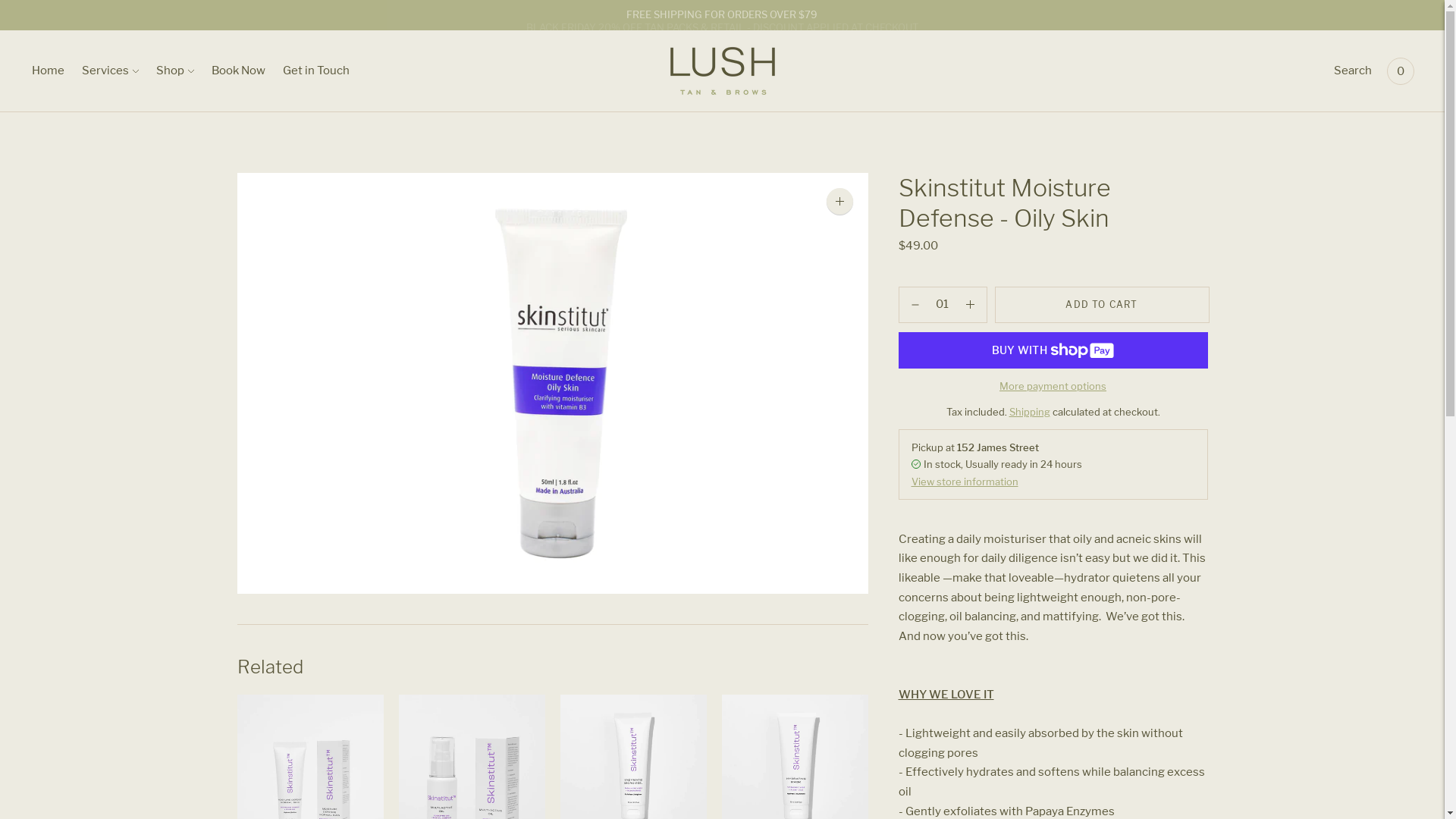 The image size is (1456, 819). I want to click on 'Book Now', so click(237, 71).